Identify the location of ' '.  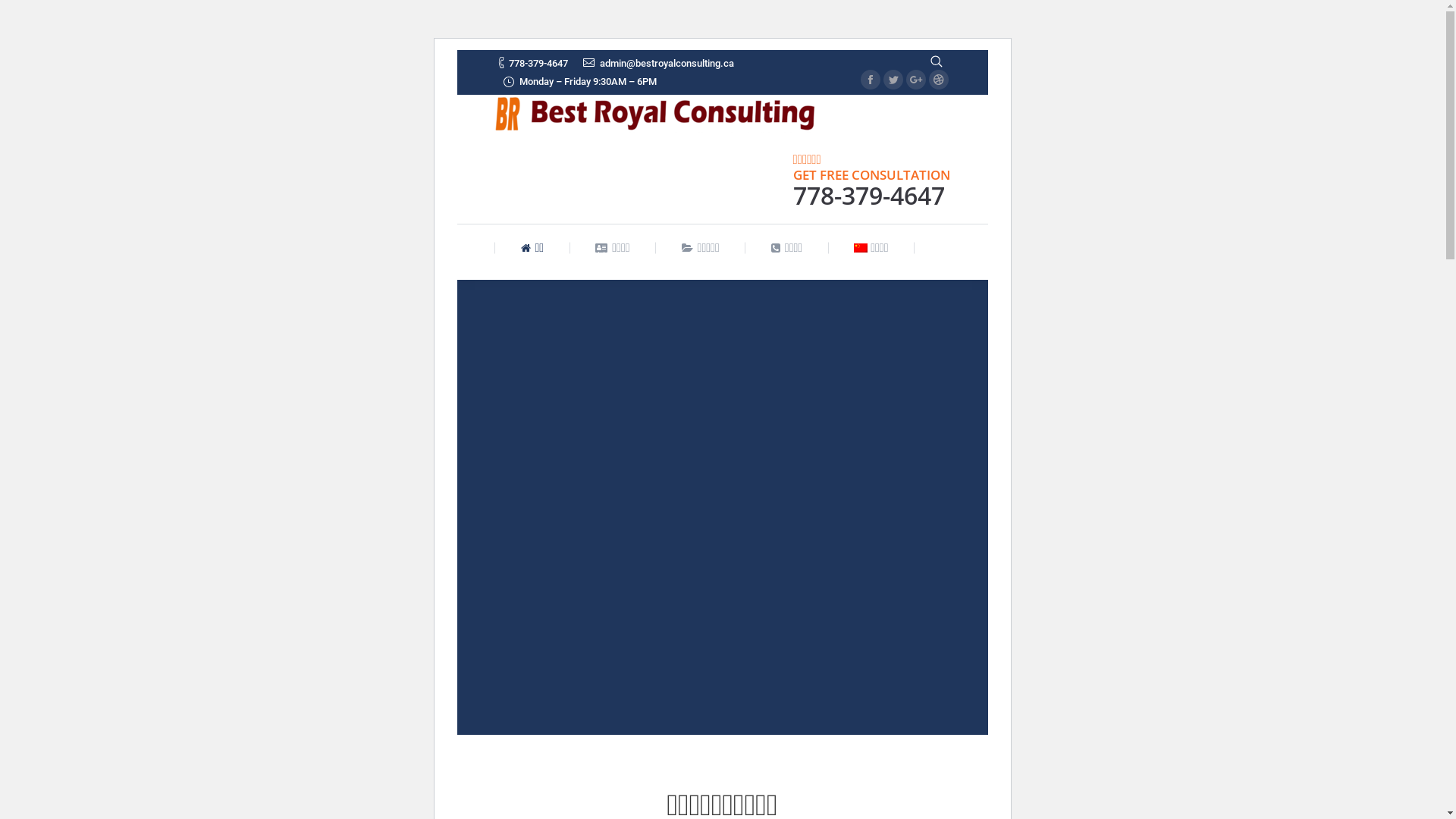
(934, 60).